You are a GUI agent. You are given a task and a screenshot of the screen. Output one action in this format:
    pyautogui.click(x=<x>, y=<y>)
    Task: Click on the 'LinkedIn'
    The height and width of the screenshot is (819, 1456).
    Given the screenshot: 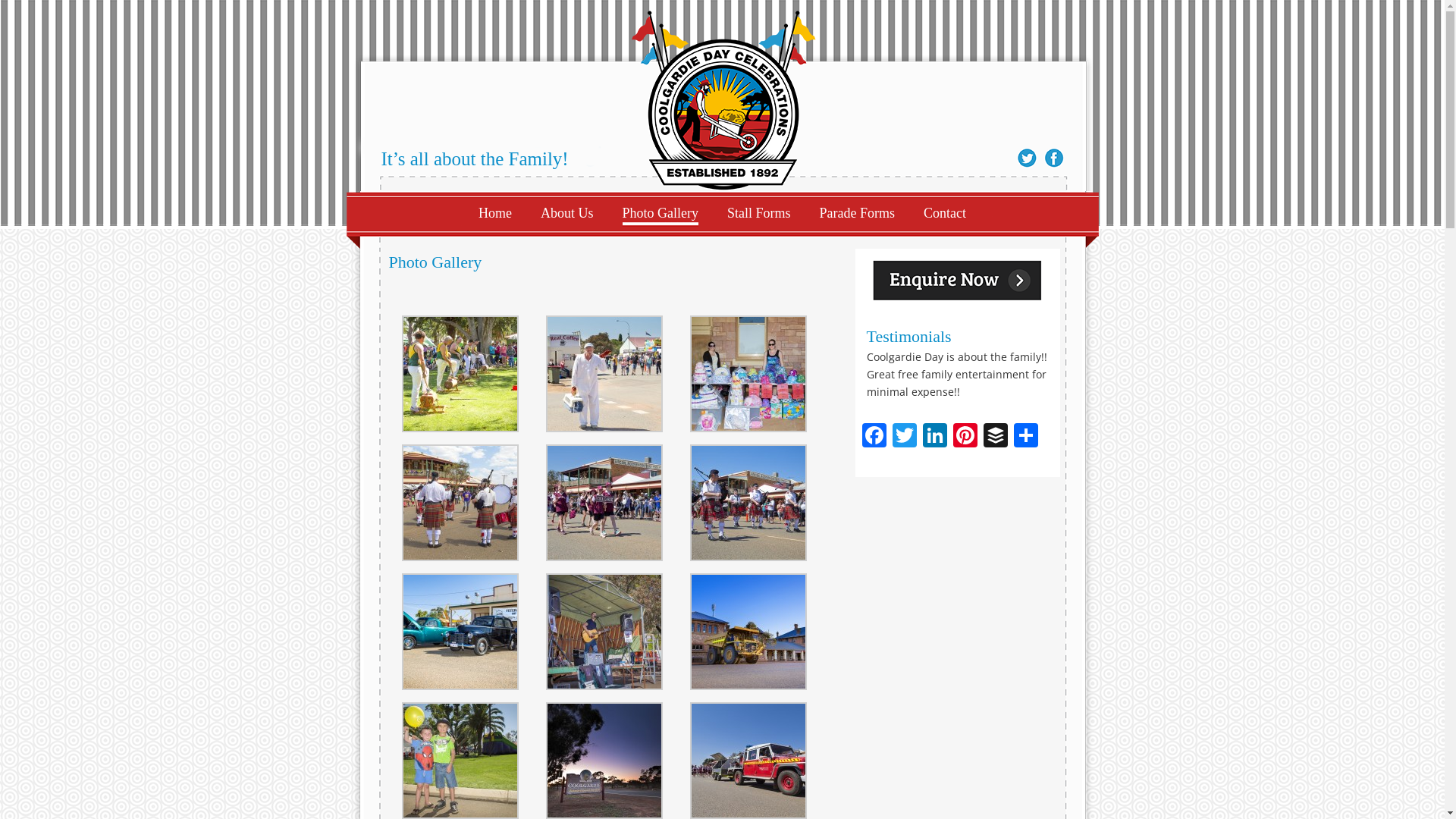 What is the action you would take?
    pyautogui.click(x=918, y=436)
    